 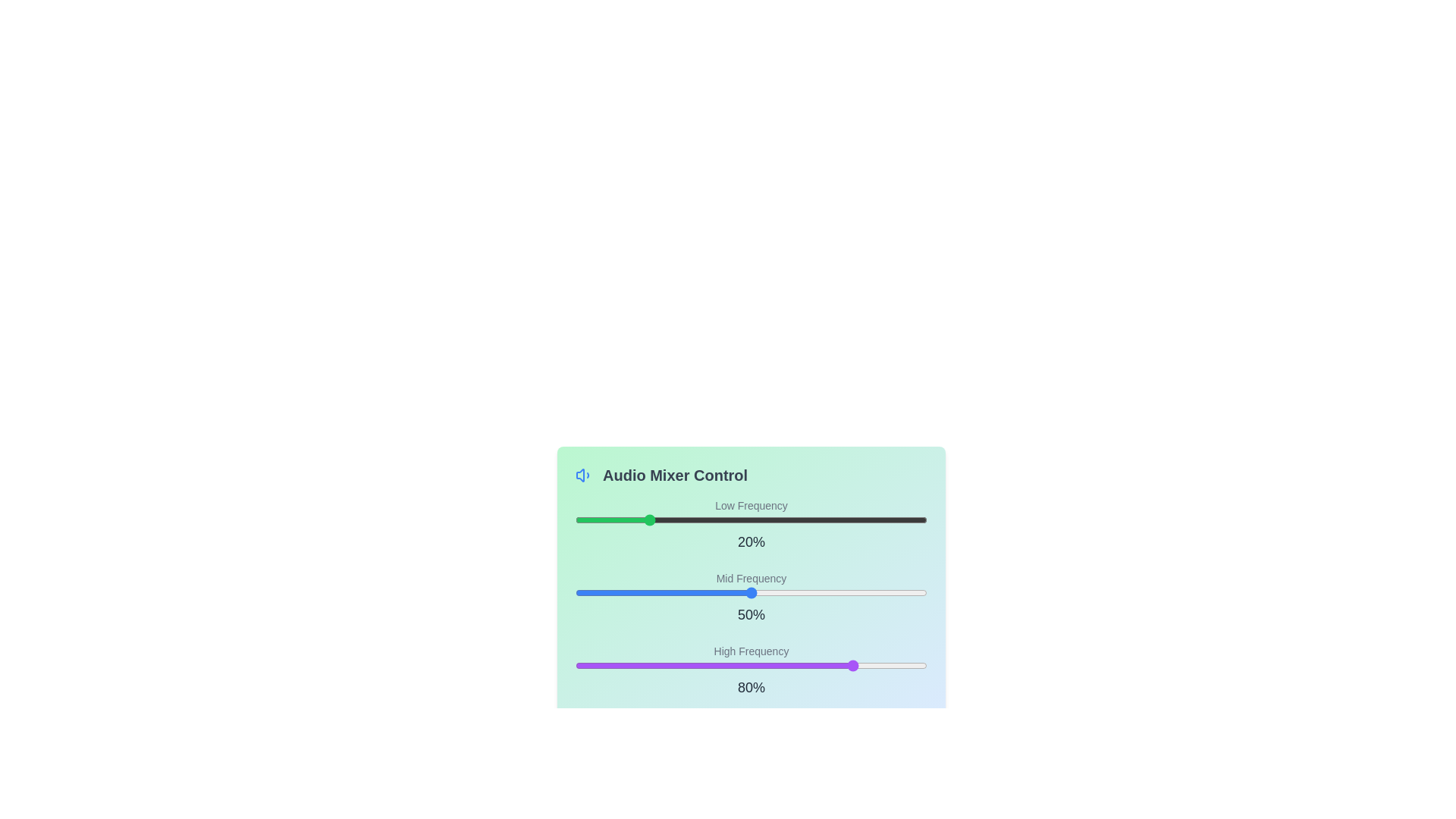 I want to click on the 'High Frequency' slider control, so click(x=751, y=670).